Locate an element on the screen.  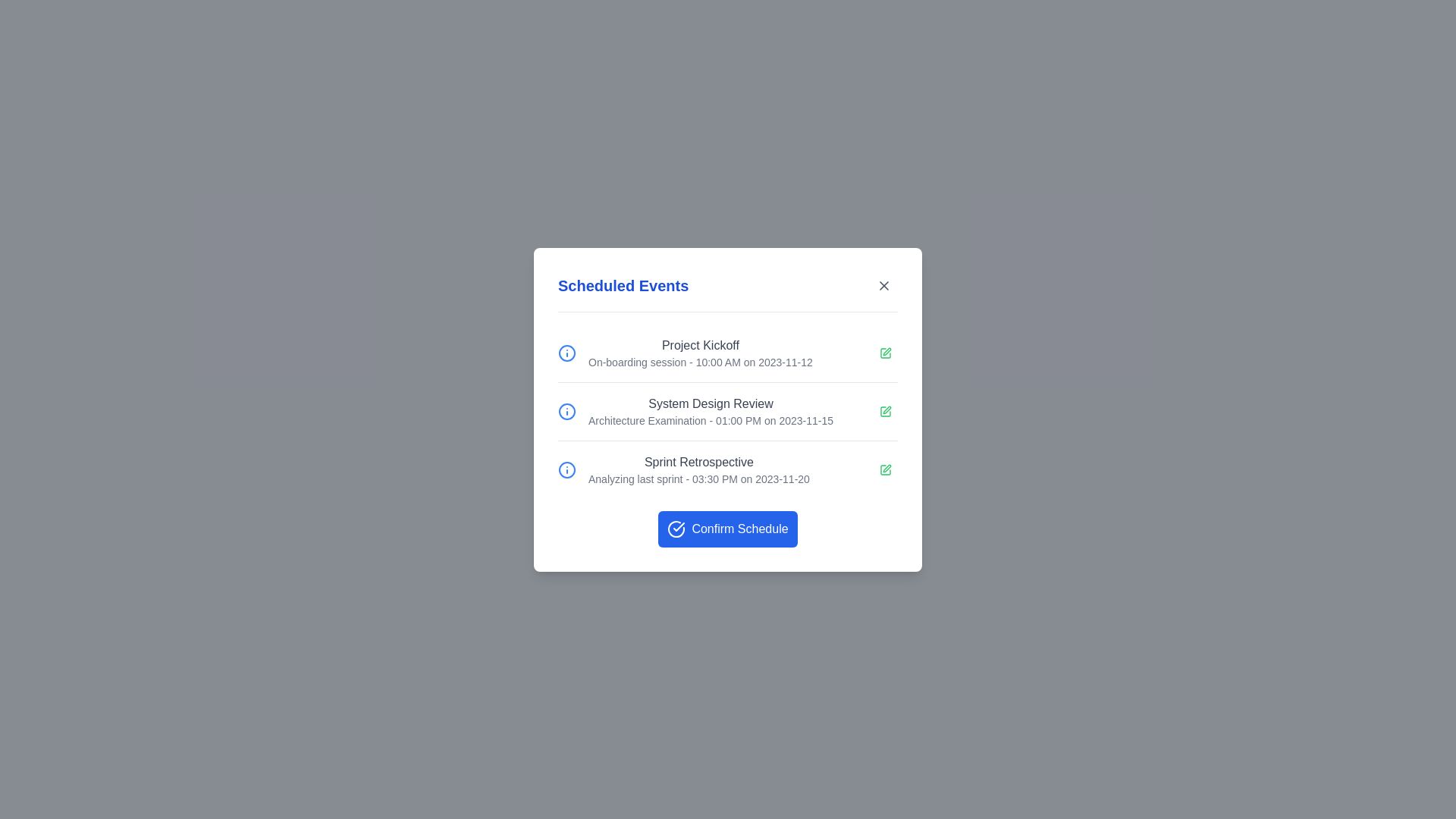
the interactive element Edit Button for System Design Review to observe its hover effect is located at coordinates (885, 411).